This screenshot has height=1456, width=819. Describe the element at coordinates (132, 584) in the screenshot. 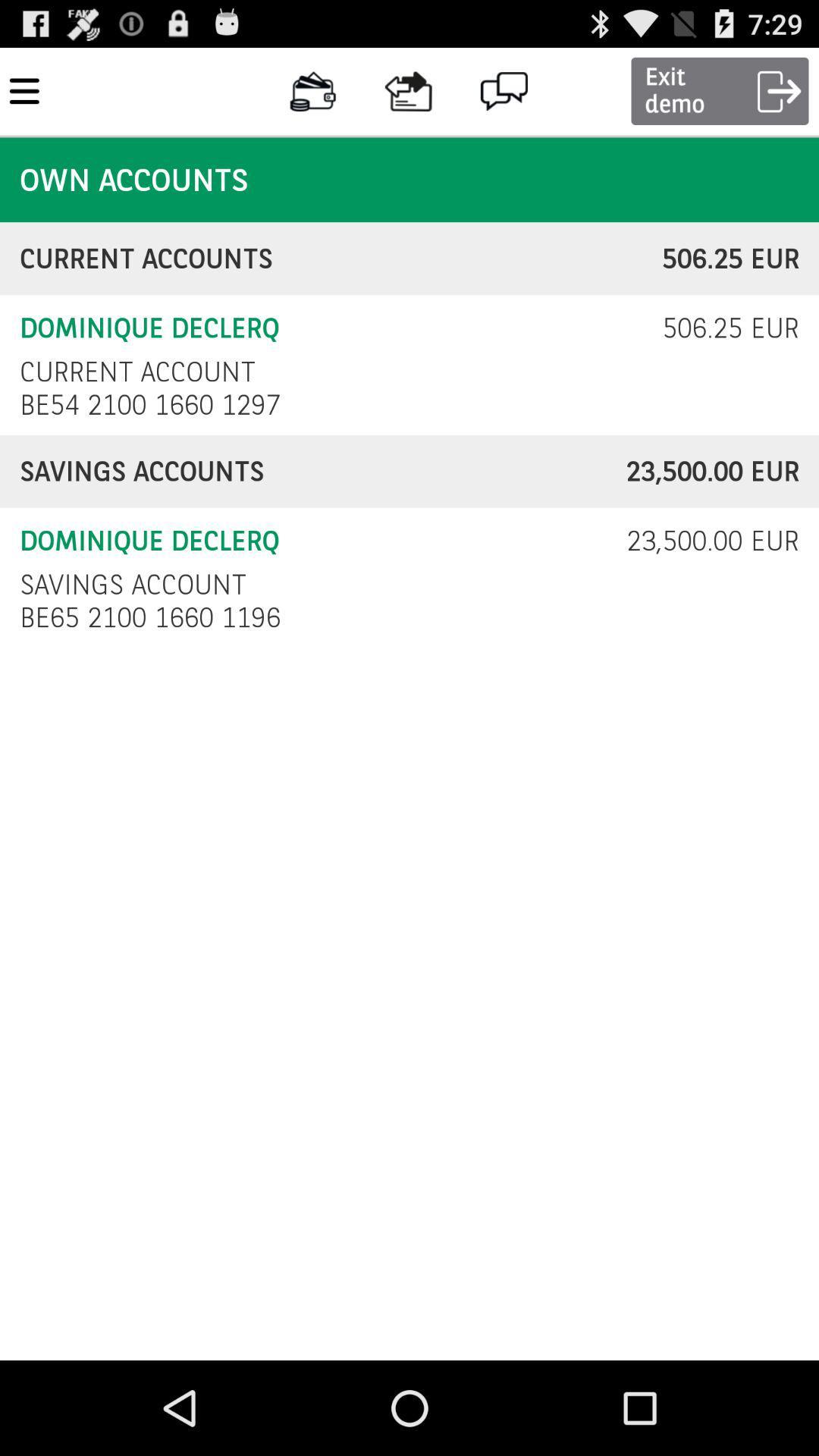

I see `the savings account item` at that location.